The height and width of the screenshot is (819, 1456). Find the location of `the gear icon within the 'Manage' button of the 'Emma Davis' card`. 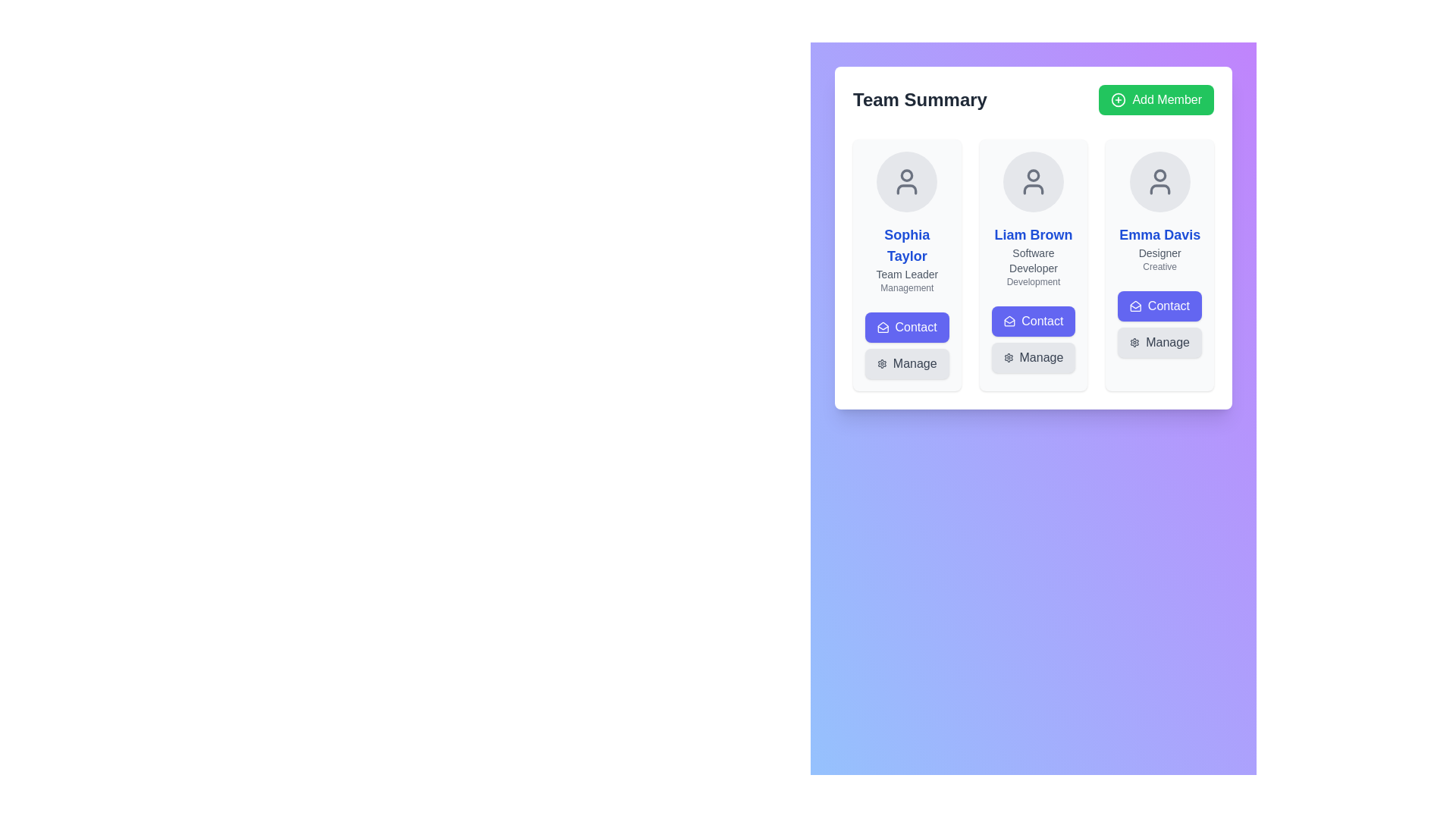

the gear icon within the 'Manage' button of the 'Emma Davis' card is located at coordinates (1134, 342).